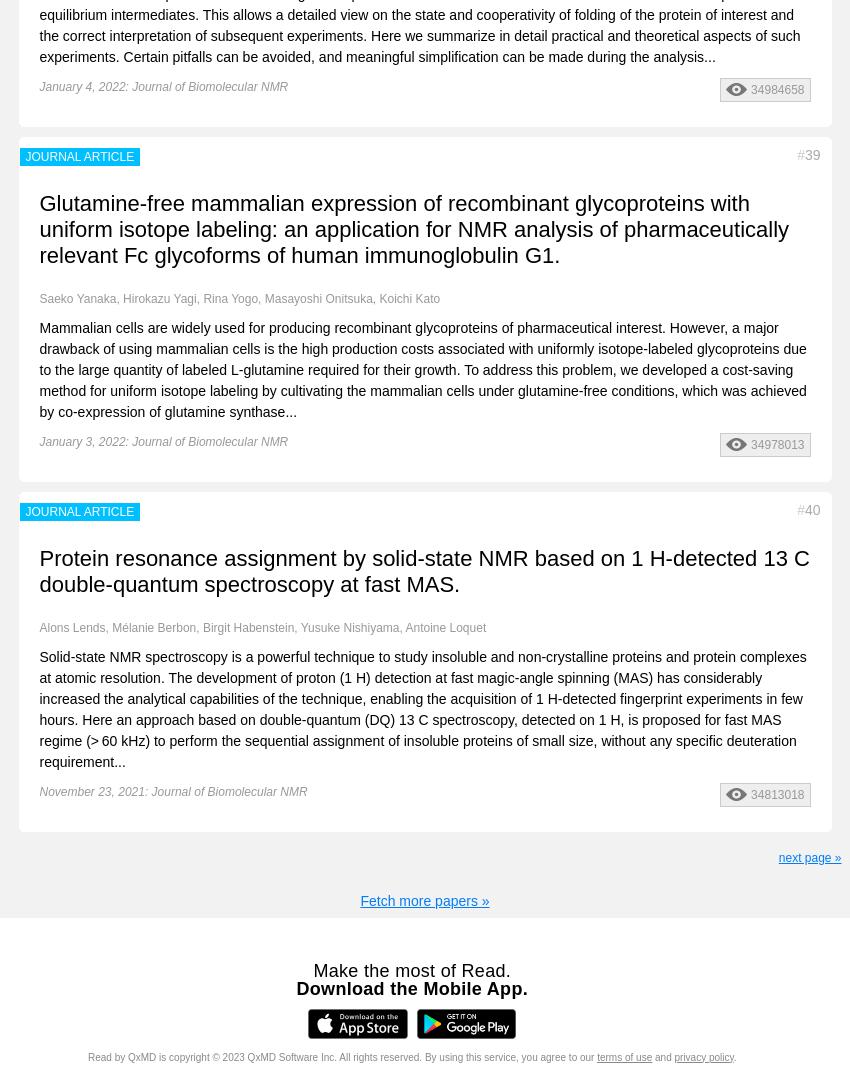  Describe the element at coordinates (423, 570) in the screenshot. I see `'Protein resonance assignment by solid-state NMR based on 1 H-detected 13 C double-quantum spectroscopy at fast MAS.'` at that location.